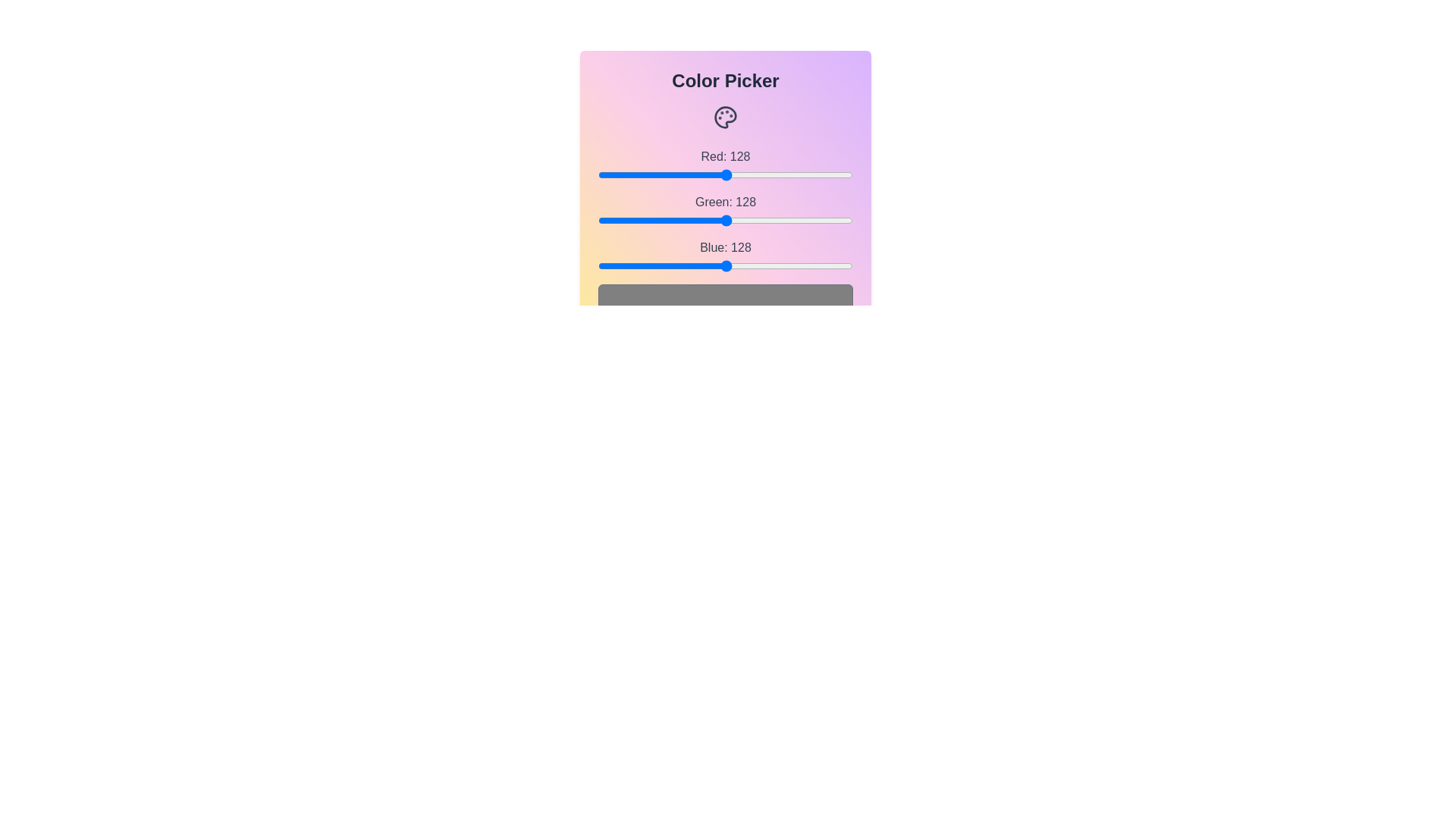 The height and width of the screenshot is (819, 1456). What do you see at coordinates (627, 174) in the screenshot?
I see `the red slider to set the red channel to 29` at bounding box center [627, 174].